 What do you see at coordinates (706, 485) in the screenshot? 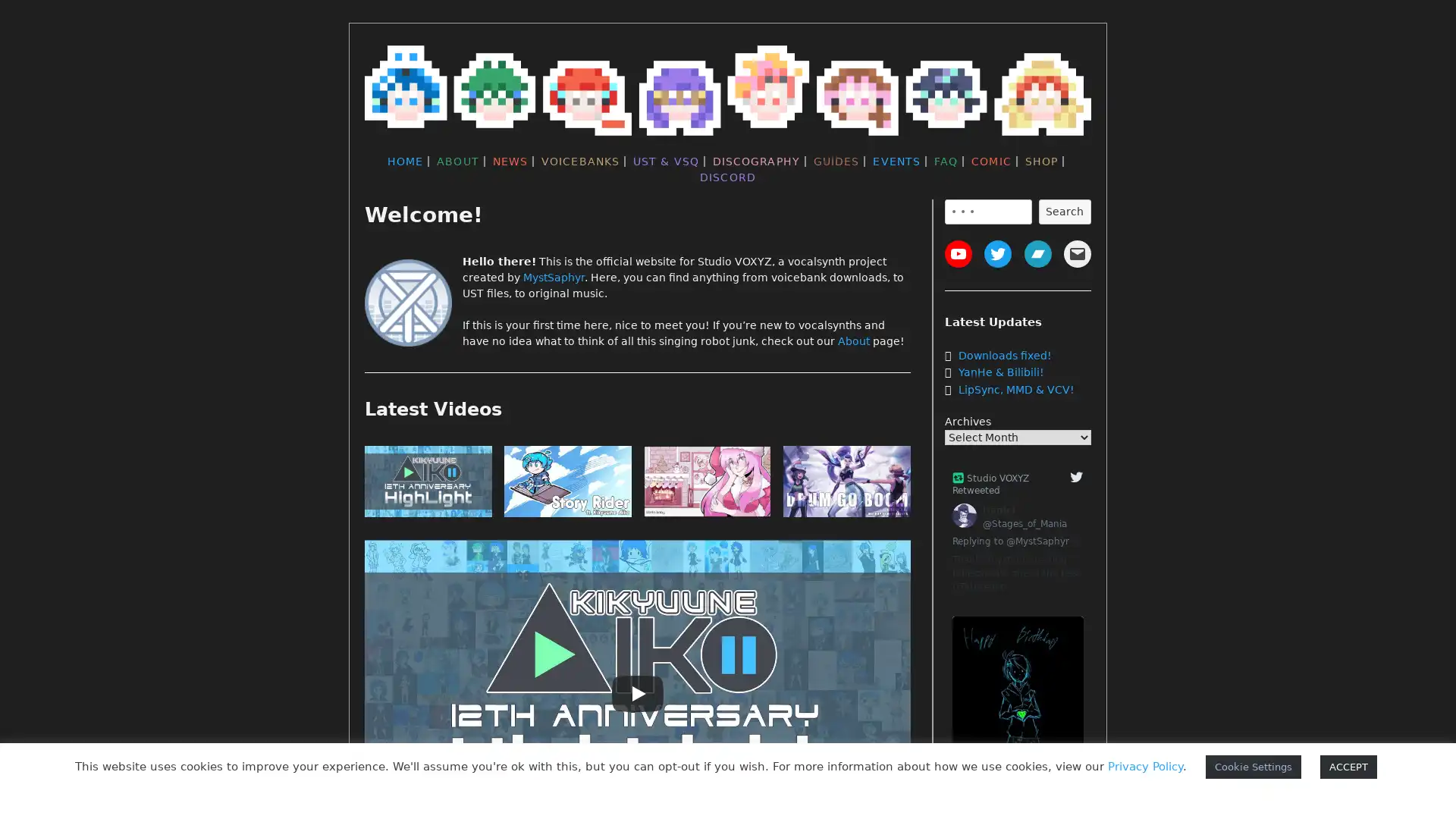
I see `play` at bounding box center [706, 485].